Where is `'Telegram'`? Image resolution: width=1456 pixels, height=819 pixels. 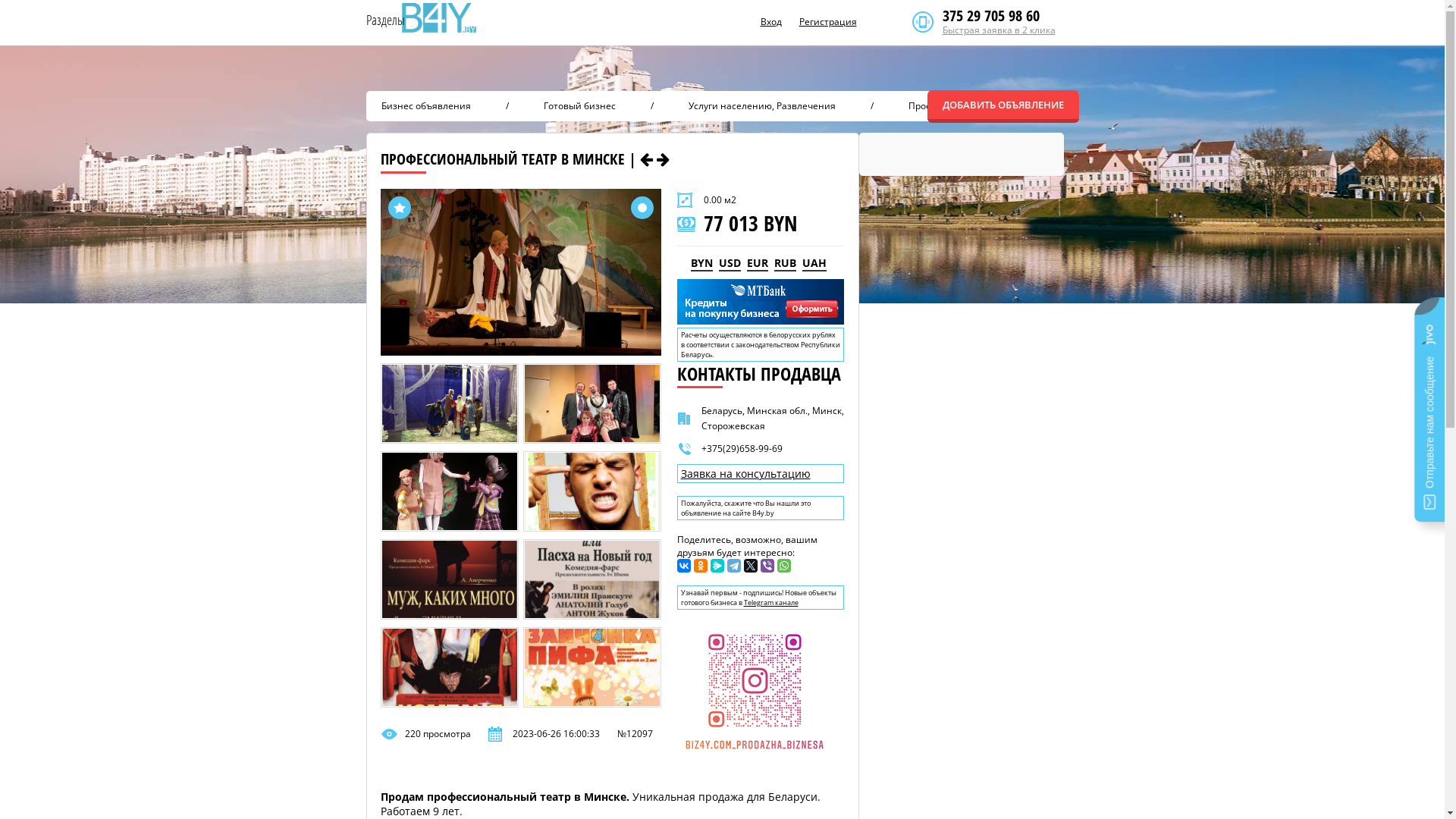
'Telegram' is located at coordinates (733, 565).